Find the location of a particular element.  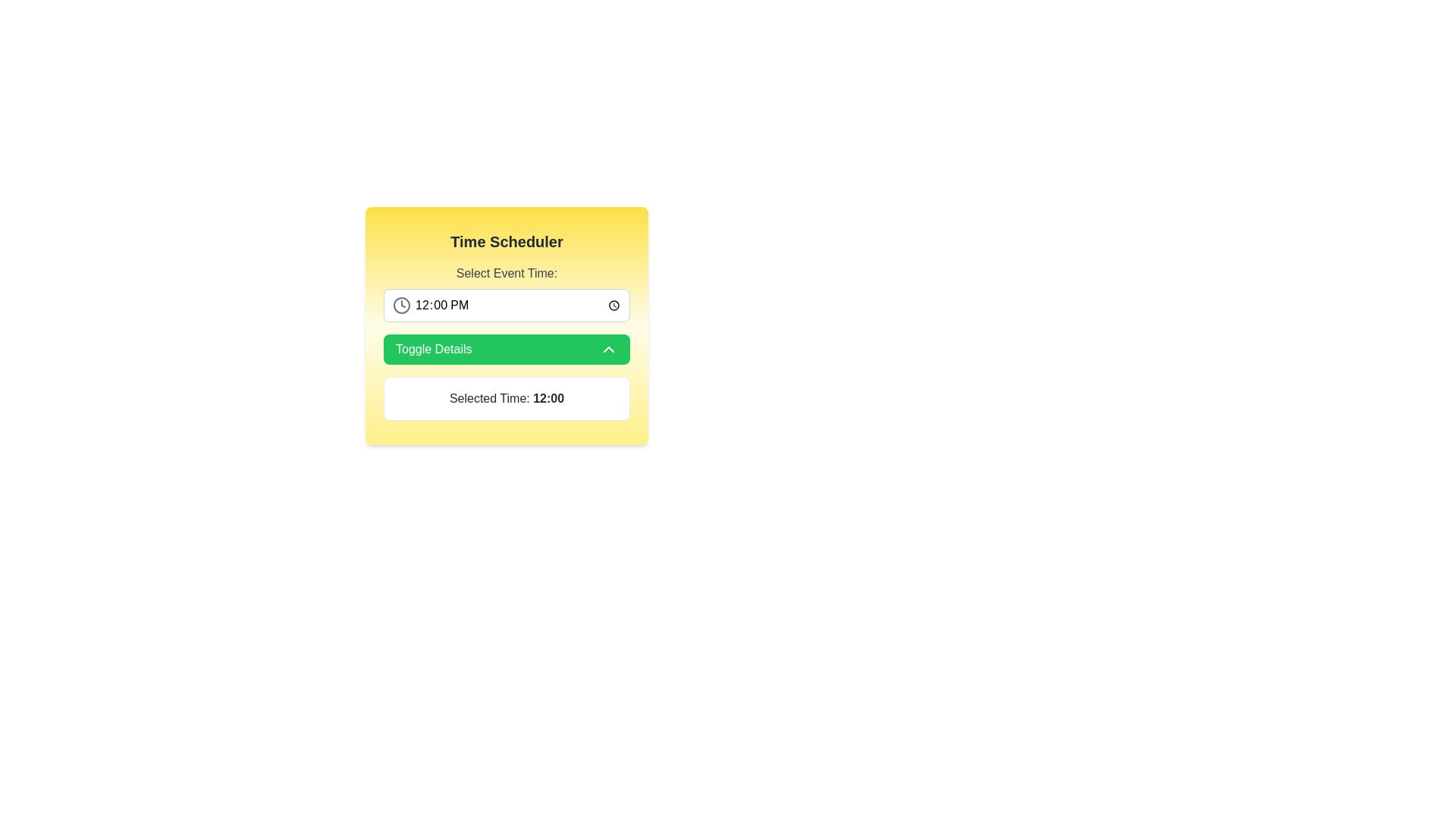

the outer circular component of the clock icon, which visually represents time-related functionality and is located to the left of the time selection input field is located at coordinates (401, 305).